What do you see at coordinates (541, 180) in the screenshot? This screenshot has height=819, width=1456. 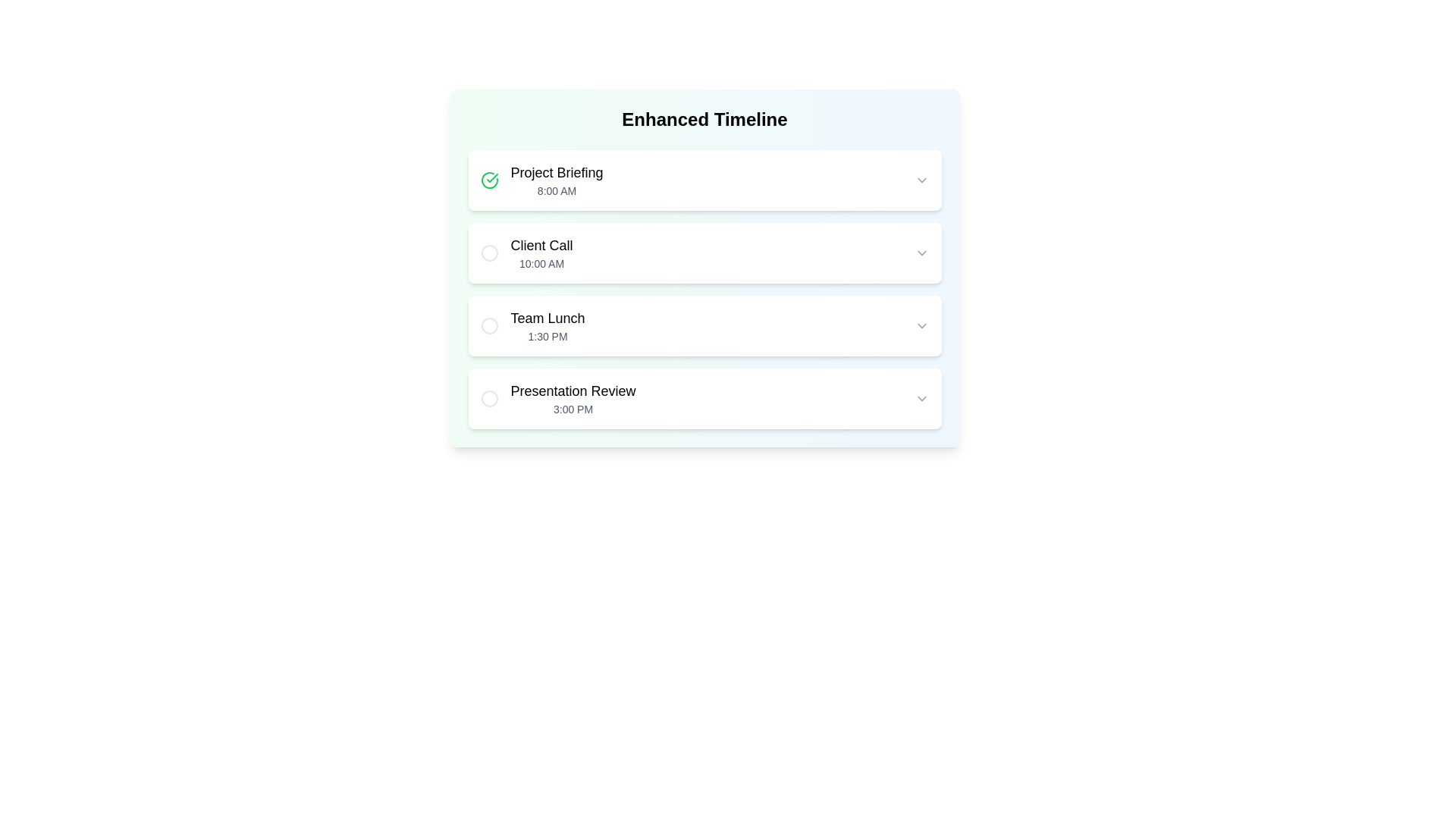 I see `the first list item in the timeline interface that contains the text 'Project Briefing' and a green circular icon with a checkmark` at bounding box center [541, 180].